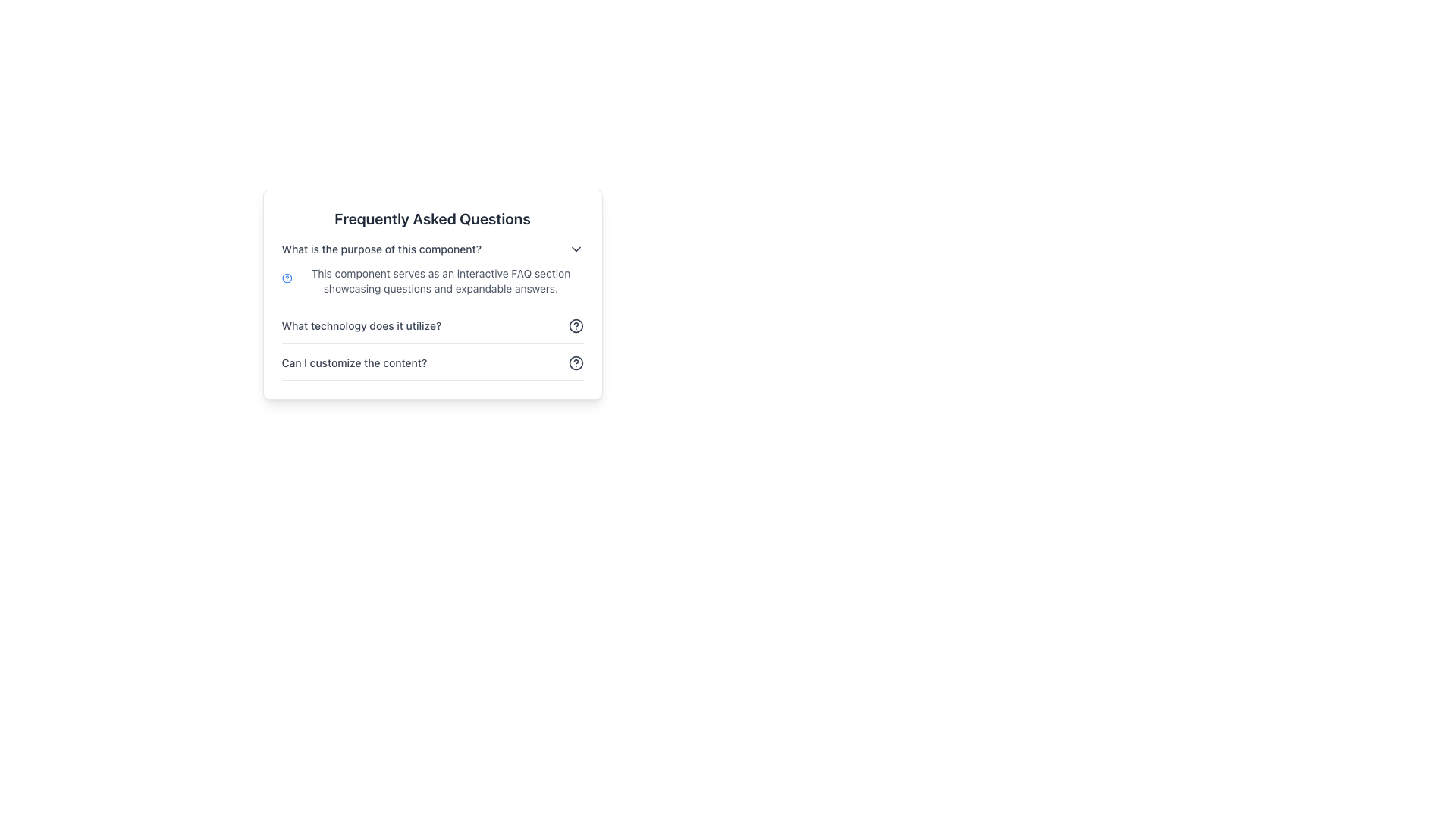  I want to click on the central circular graphical SVG element within the FAQ section, which is adjacent to the question 'What technology does it utilize?', so click(575, 325).